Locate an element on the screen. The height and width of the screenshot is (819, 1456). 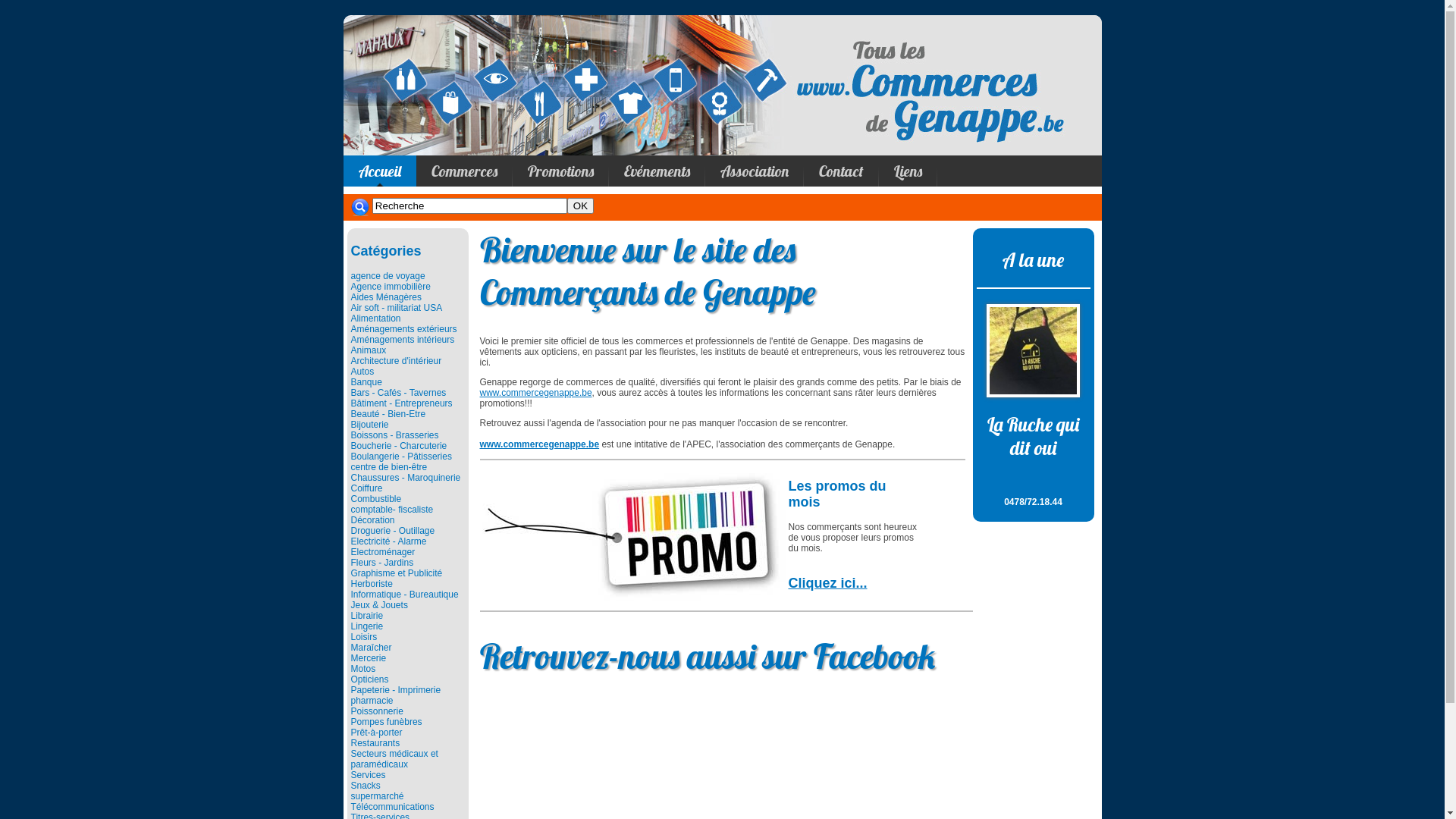
'Boissons - Brasseries' is located at coordinates (394, 435).